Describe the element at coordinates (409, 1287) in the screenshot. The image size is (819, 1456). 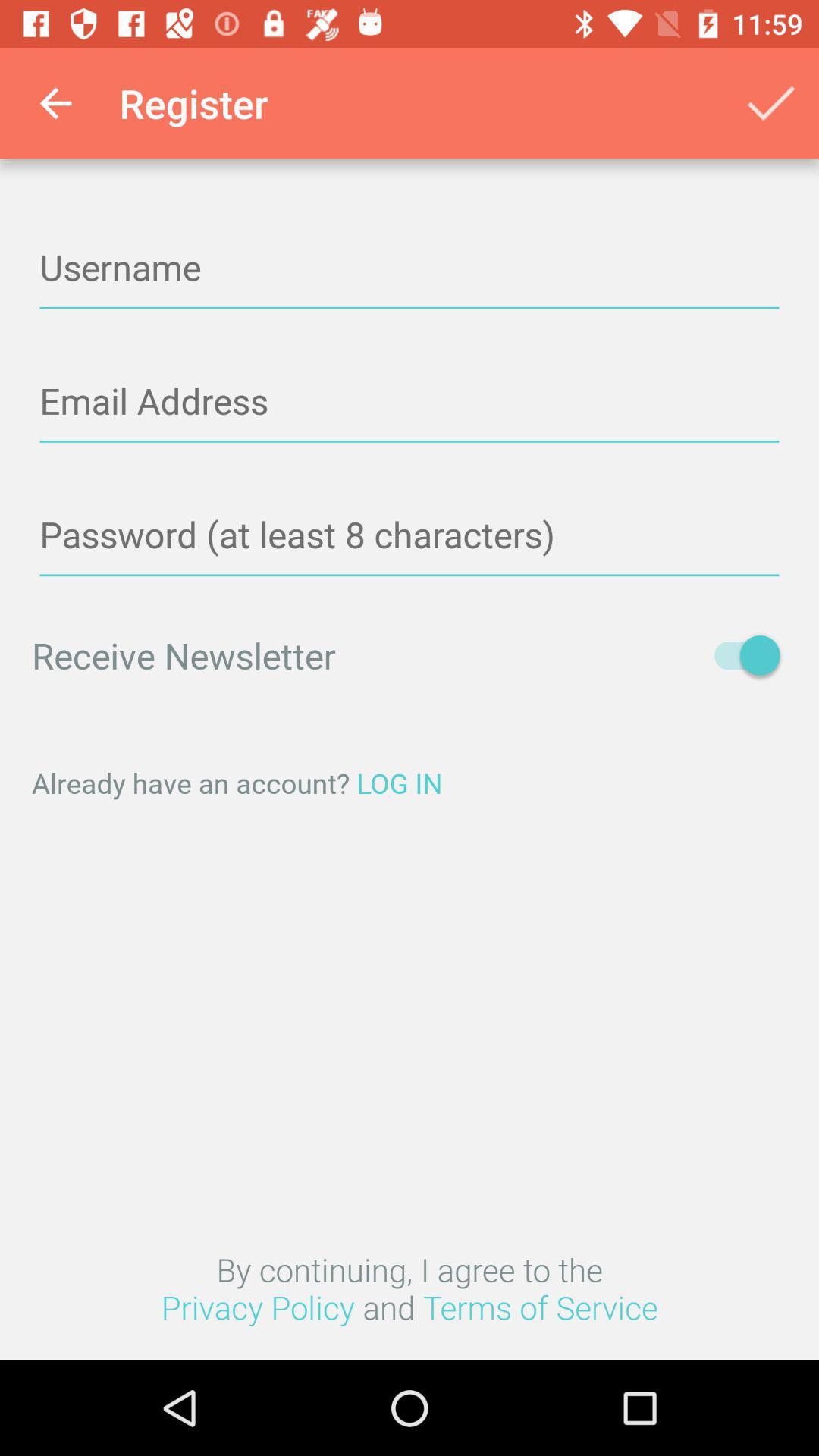
I see `the by continuing i icon` at that location.